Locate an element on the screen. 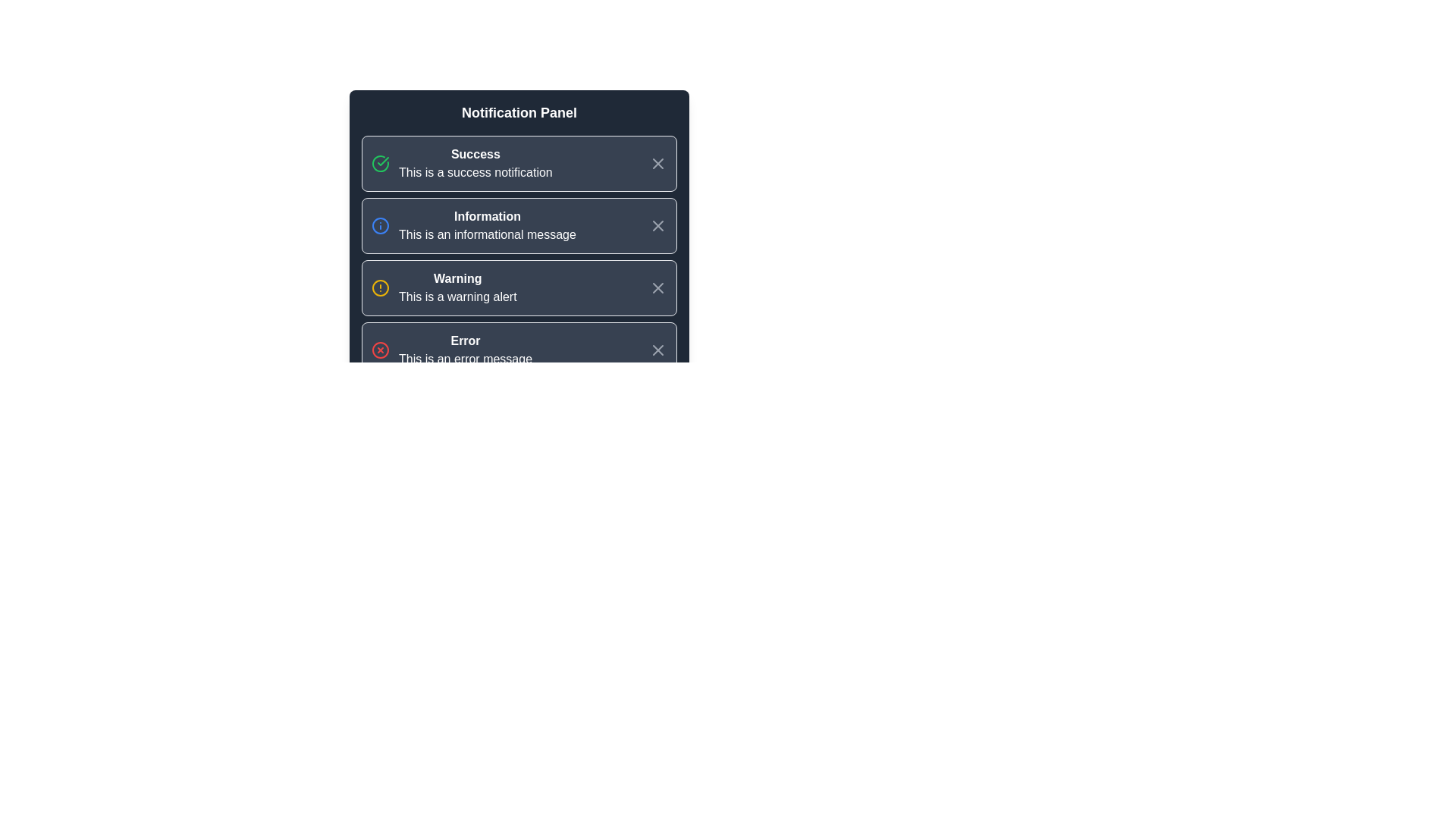  the close button on the right of the fourth notification box in the 'Notification Panel' is located at coordinates (519, 350).